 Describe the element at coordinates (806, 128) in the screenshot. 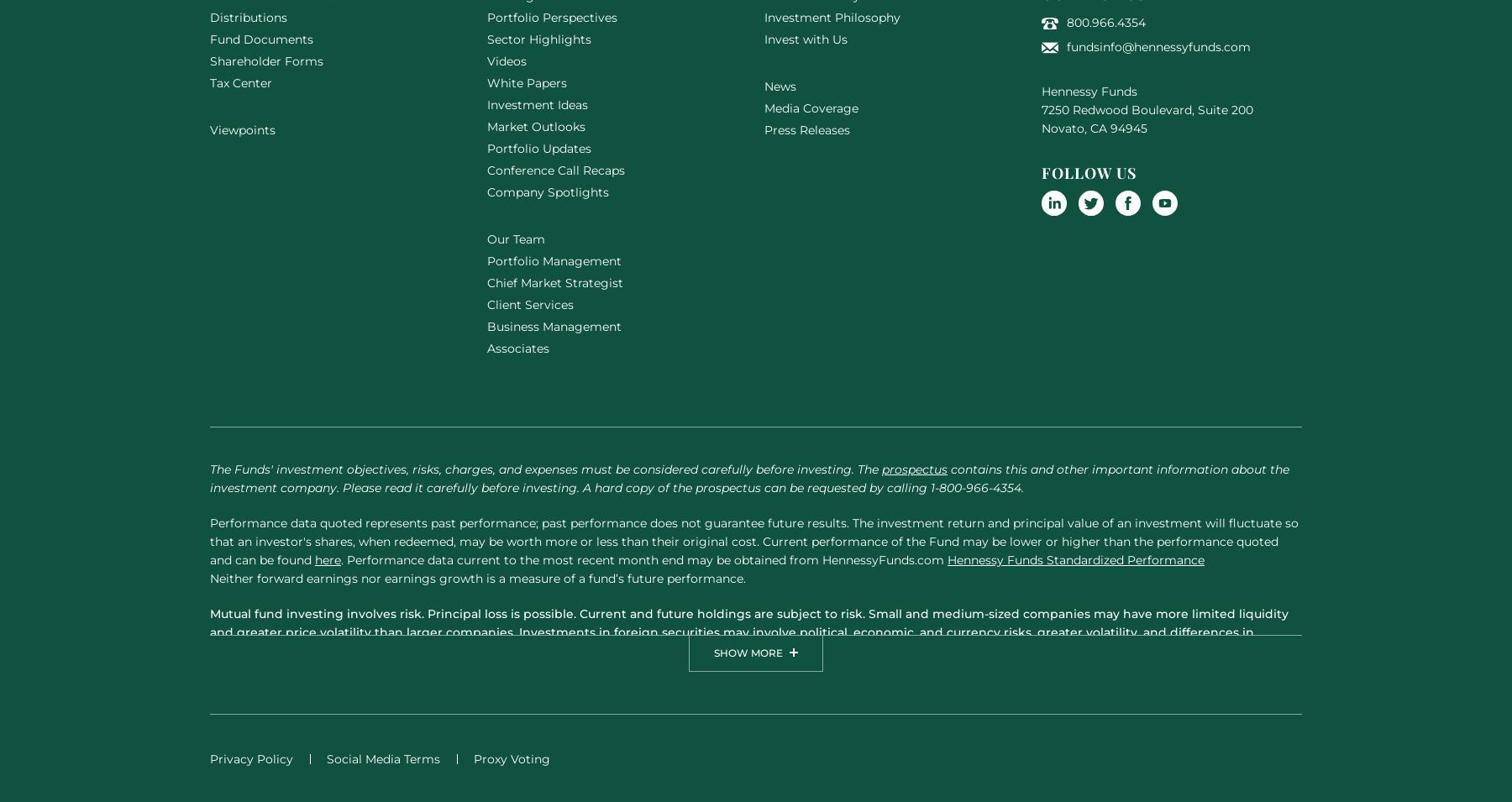

I see `'Press Releases'` at that location.